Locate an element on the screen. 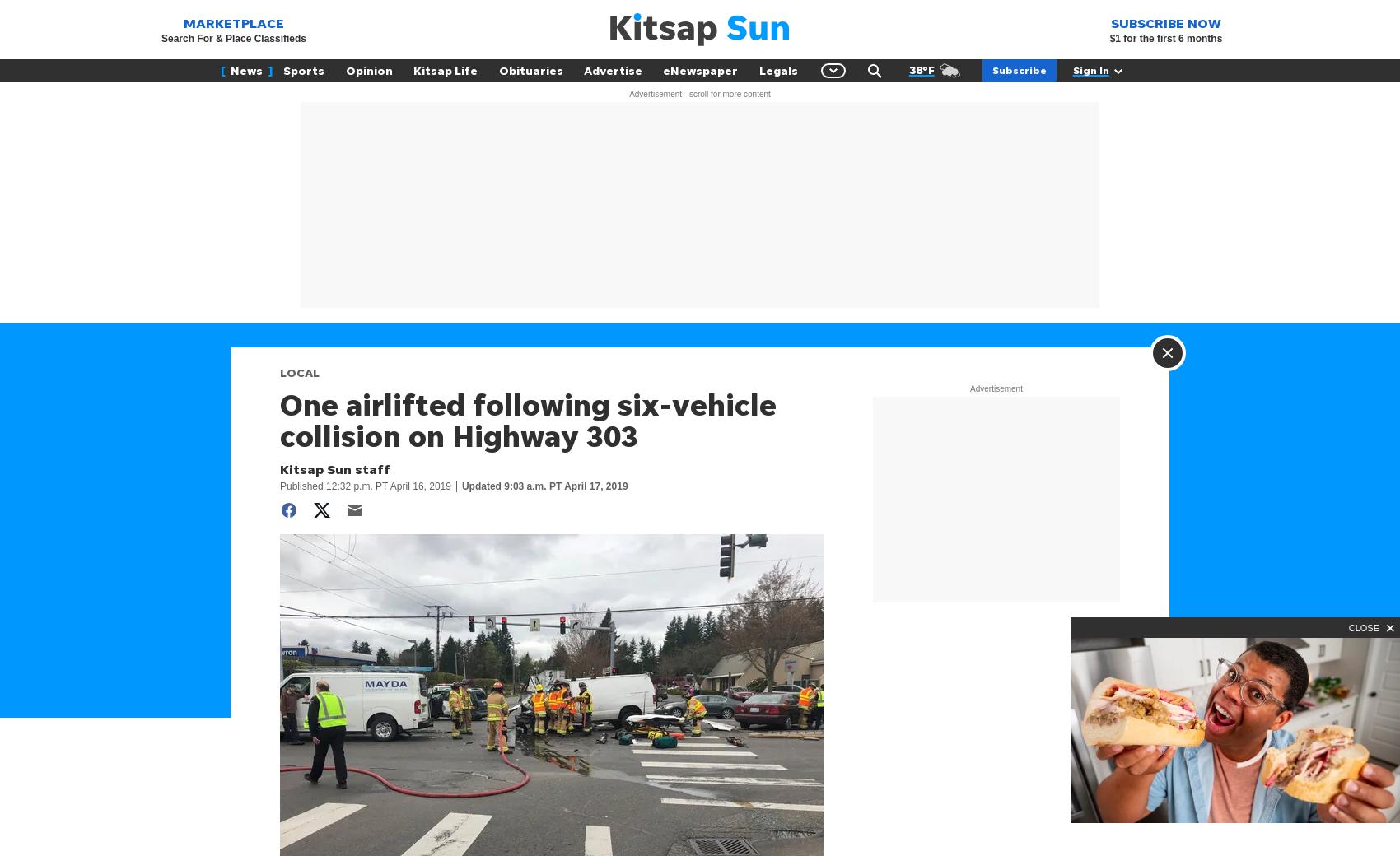 The height and width of the screenshot is (856, 1400). 'Kitsap Life' is located at coordinates (444, 69).